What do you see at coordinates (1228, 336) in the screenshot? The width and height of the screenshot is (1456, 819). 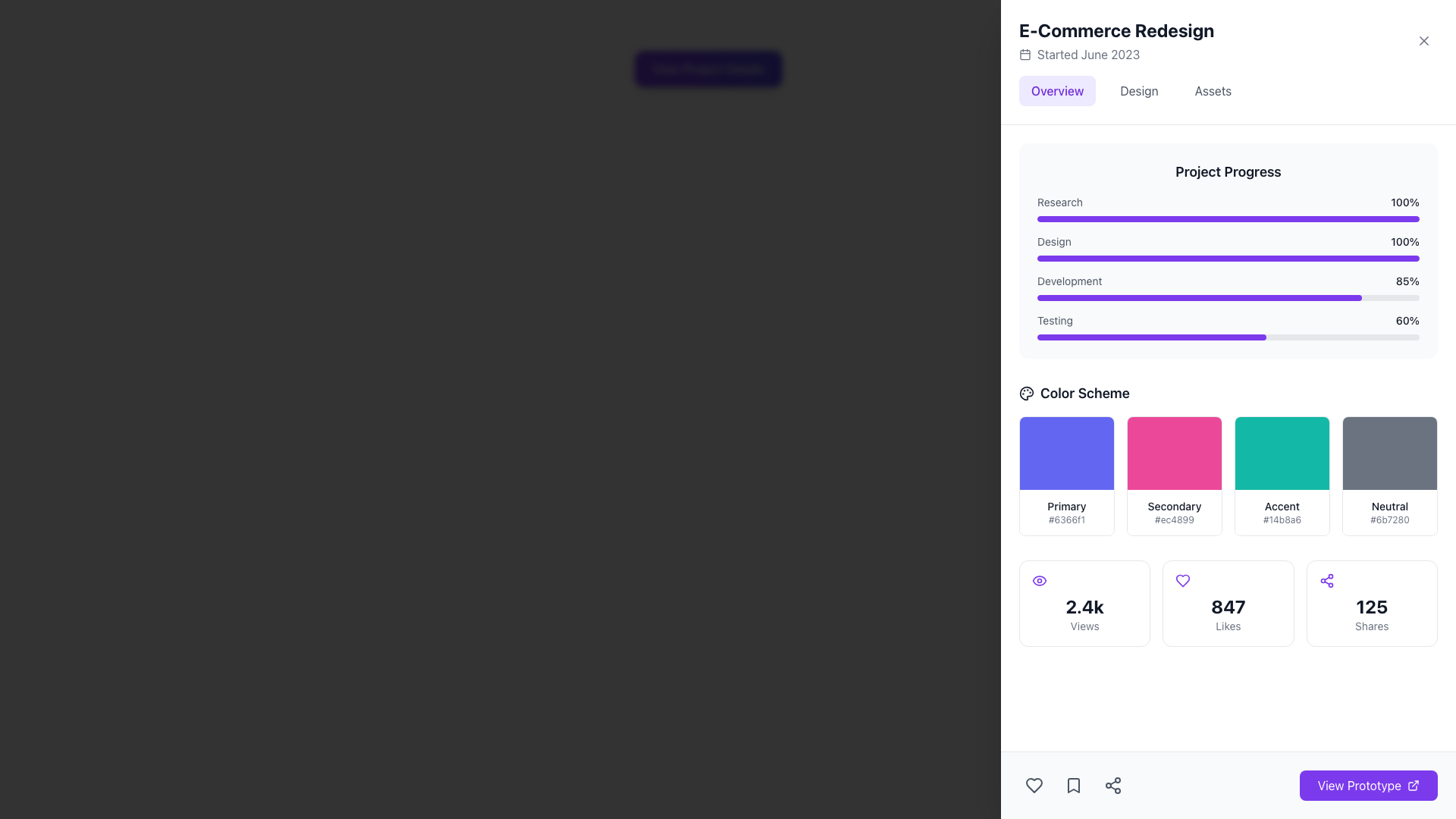 I see `the rectangular progress bar styled with rounded corners, located in the 'Testing' section of the 'Project Progress' panel, which is filled in violet and represents 60% progress` at bounding box center [1228, 336].